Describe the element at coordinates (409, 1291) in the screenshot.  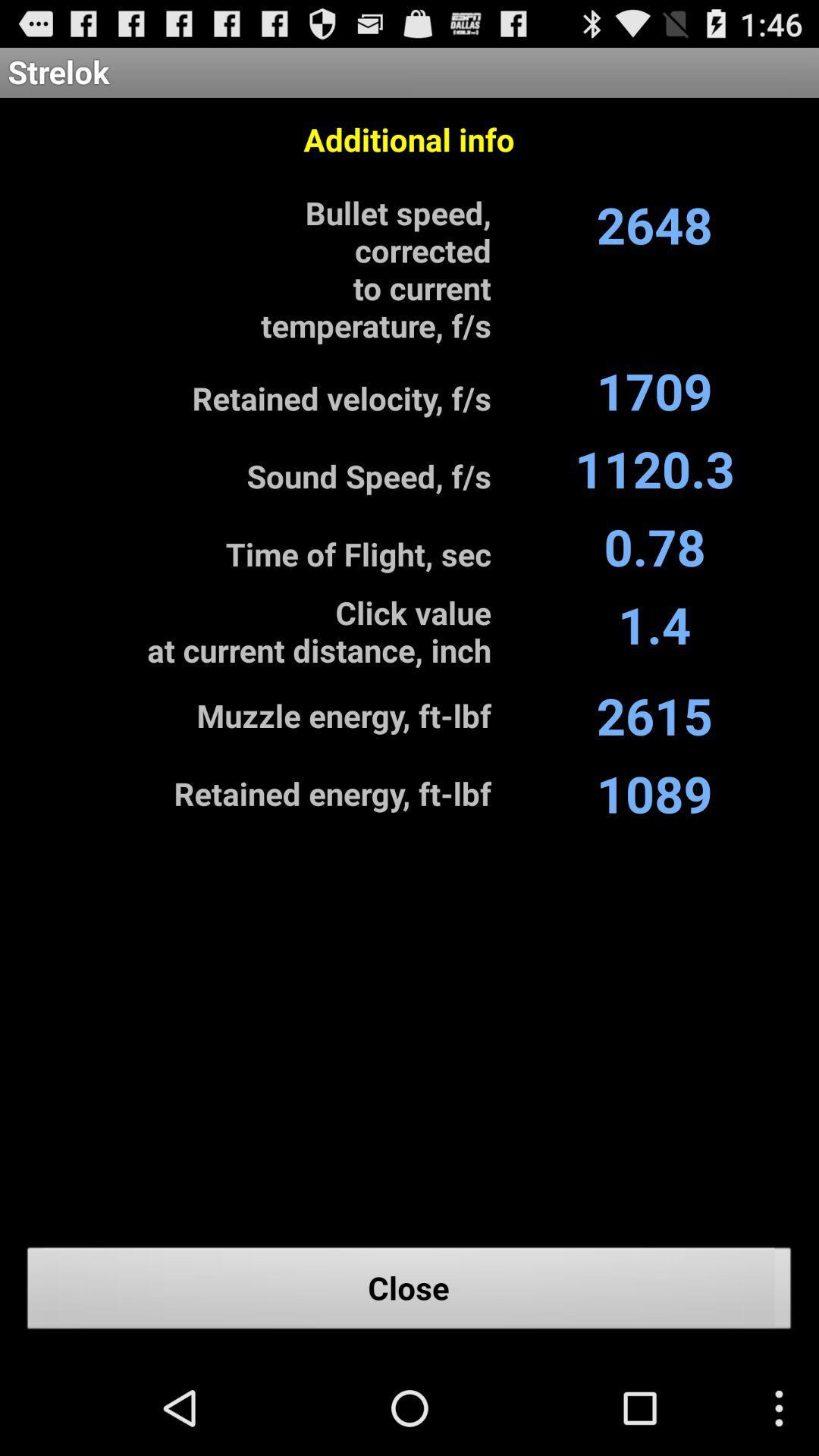
I see `item at the bottom` at that location.